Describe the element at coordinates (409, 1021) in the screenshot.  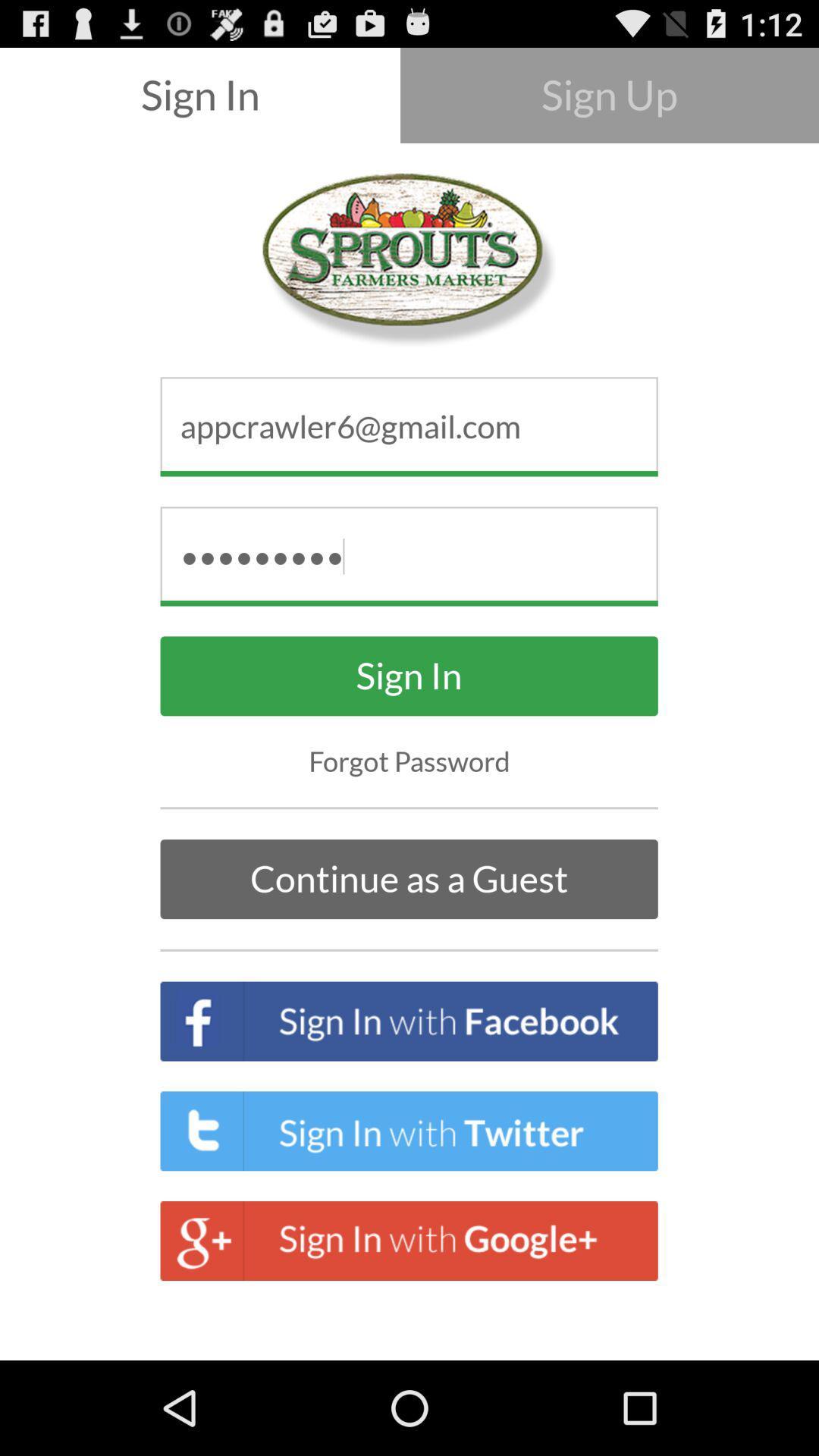
I see `sign in with facebook button which is below continue as a guest on the page` at that location.